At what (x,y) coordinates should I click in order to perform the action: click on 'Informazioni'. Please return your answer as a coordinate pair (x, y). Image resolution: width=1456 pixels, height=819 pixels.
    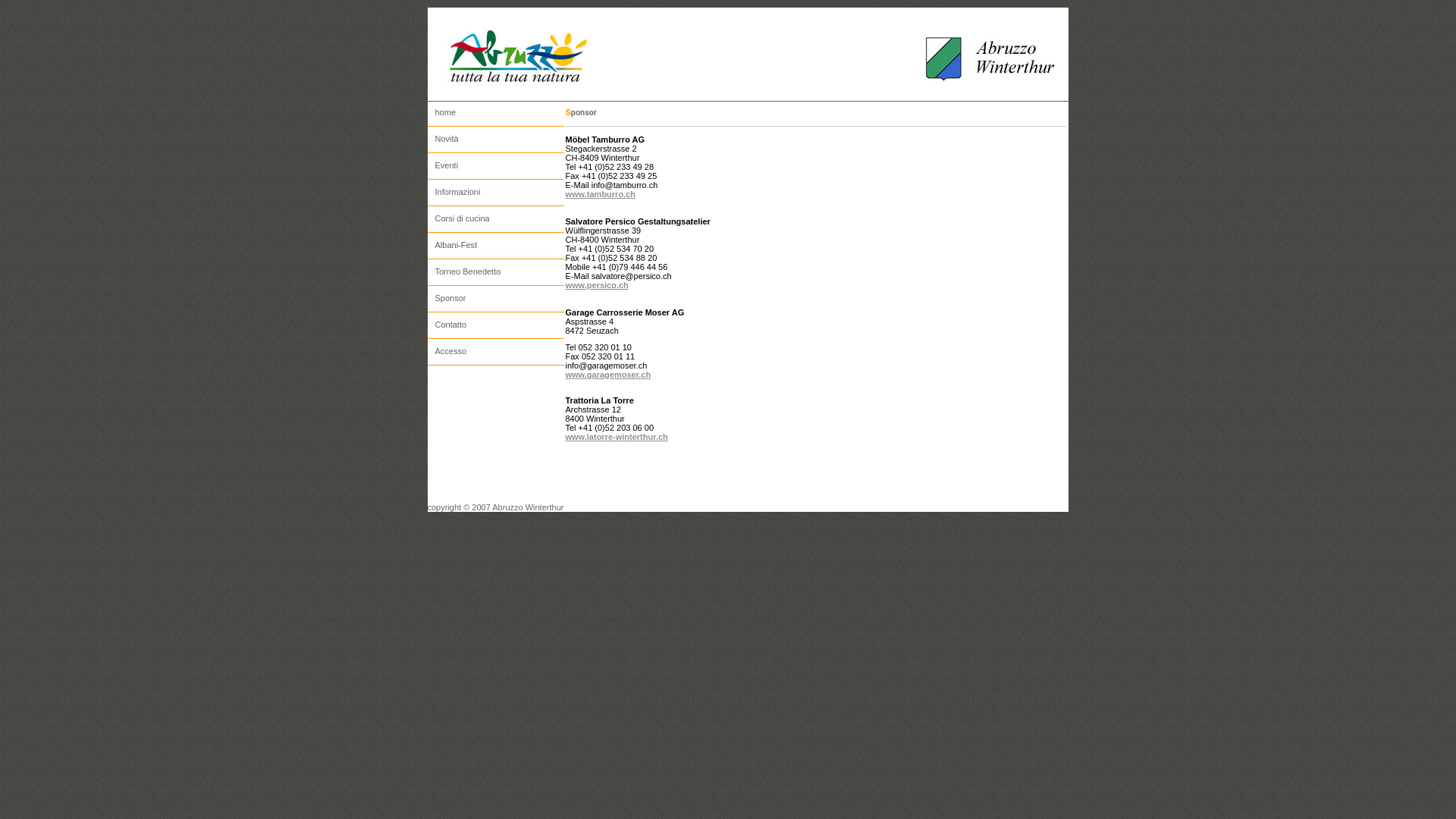
    Looking at the image, I should click on (495, 193).